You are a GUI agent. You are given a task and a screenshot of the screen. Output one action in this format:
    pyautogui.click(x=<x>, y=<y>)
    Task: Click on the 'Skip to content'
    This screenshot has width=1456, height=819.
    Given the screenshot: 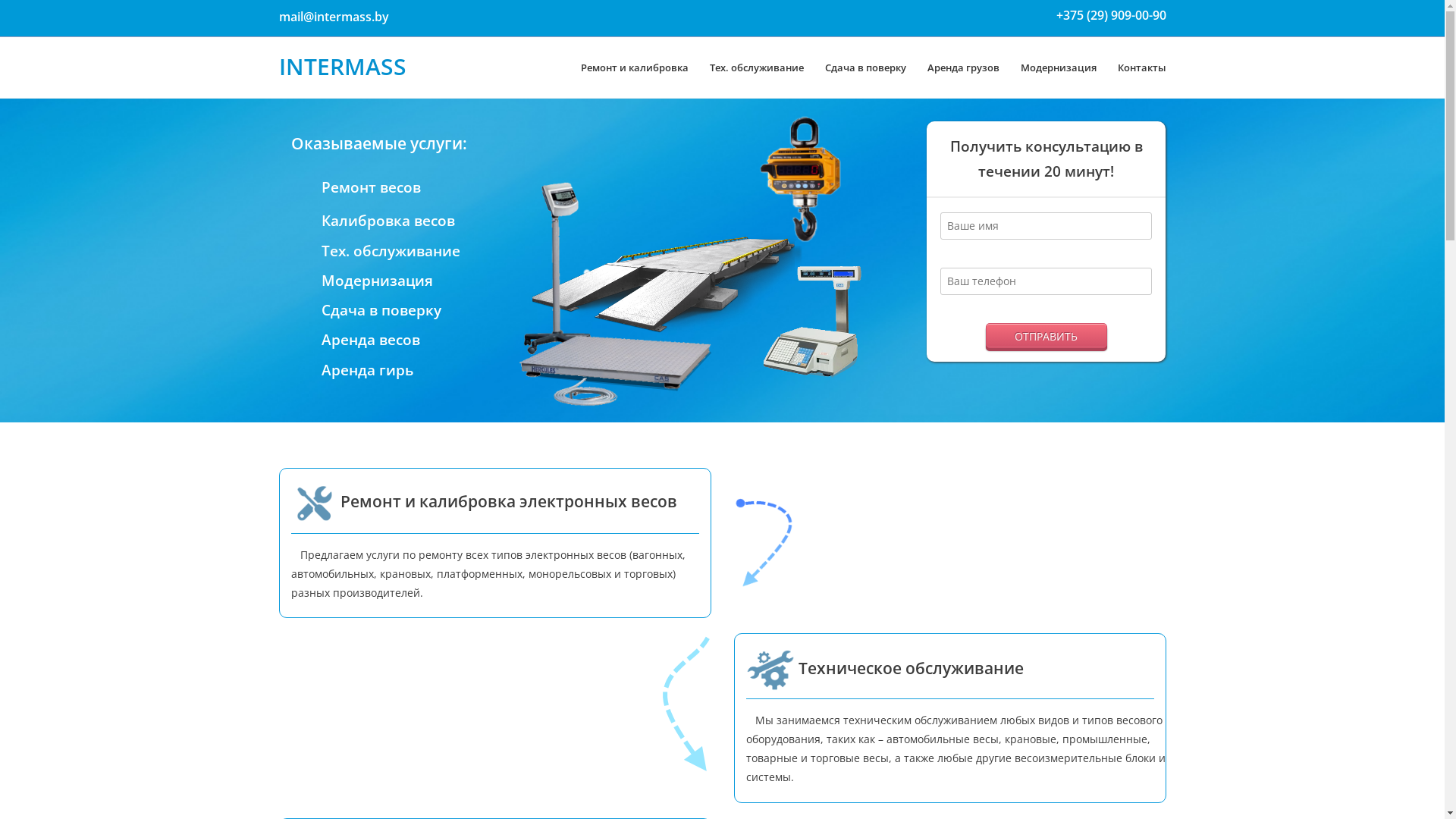 What is the action you would take?
    pyautogui.click(x=37, y=9)
    